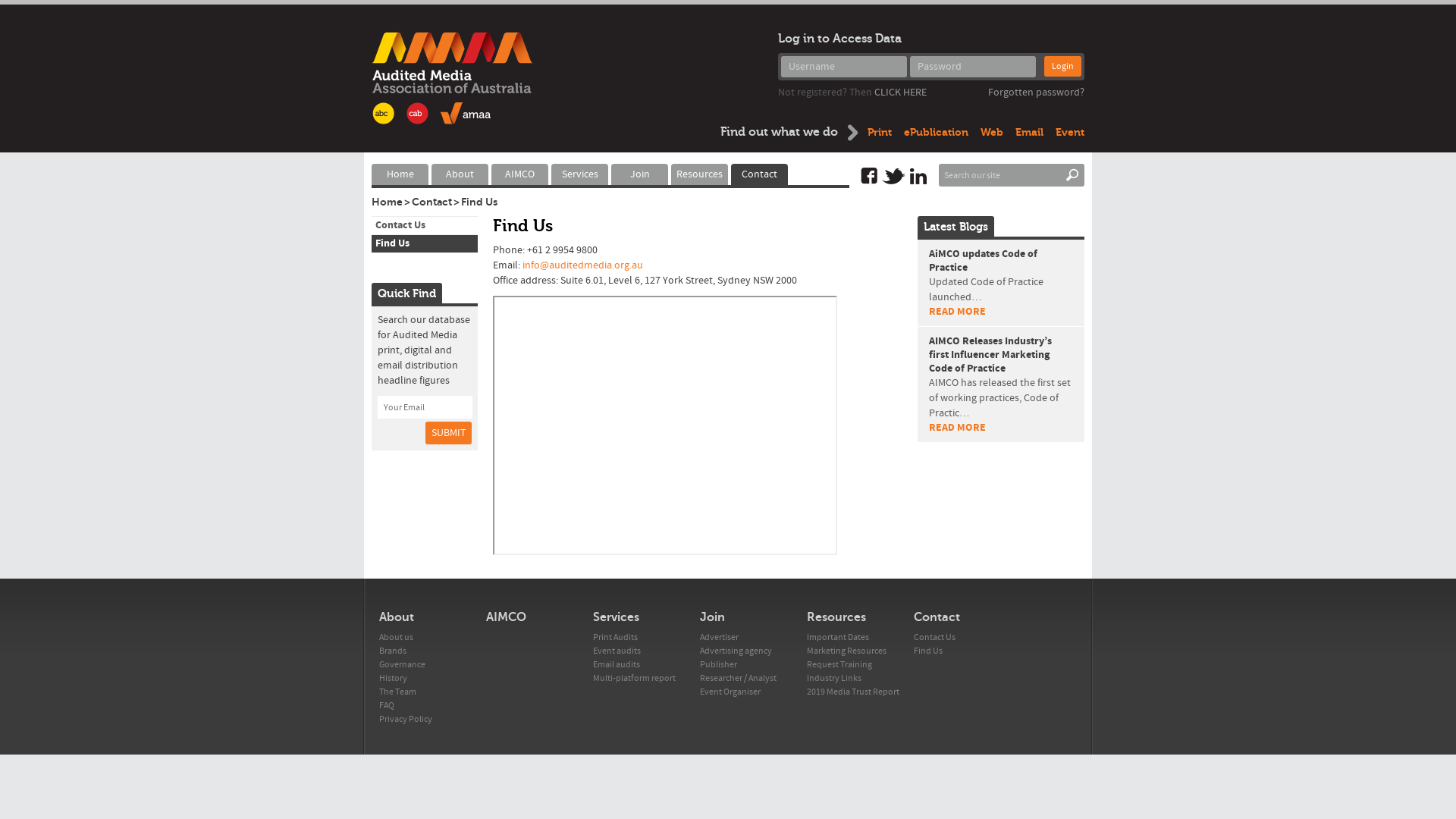 This screenshot has width=1456, height=819. What do you see at coordinates (806, 677) in the screenshot?
I see `'Industry Links'` at bounding box center [806, 677].